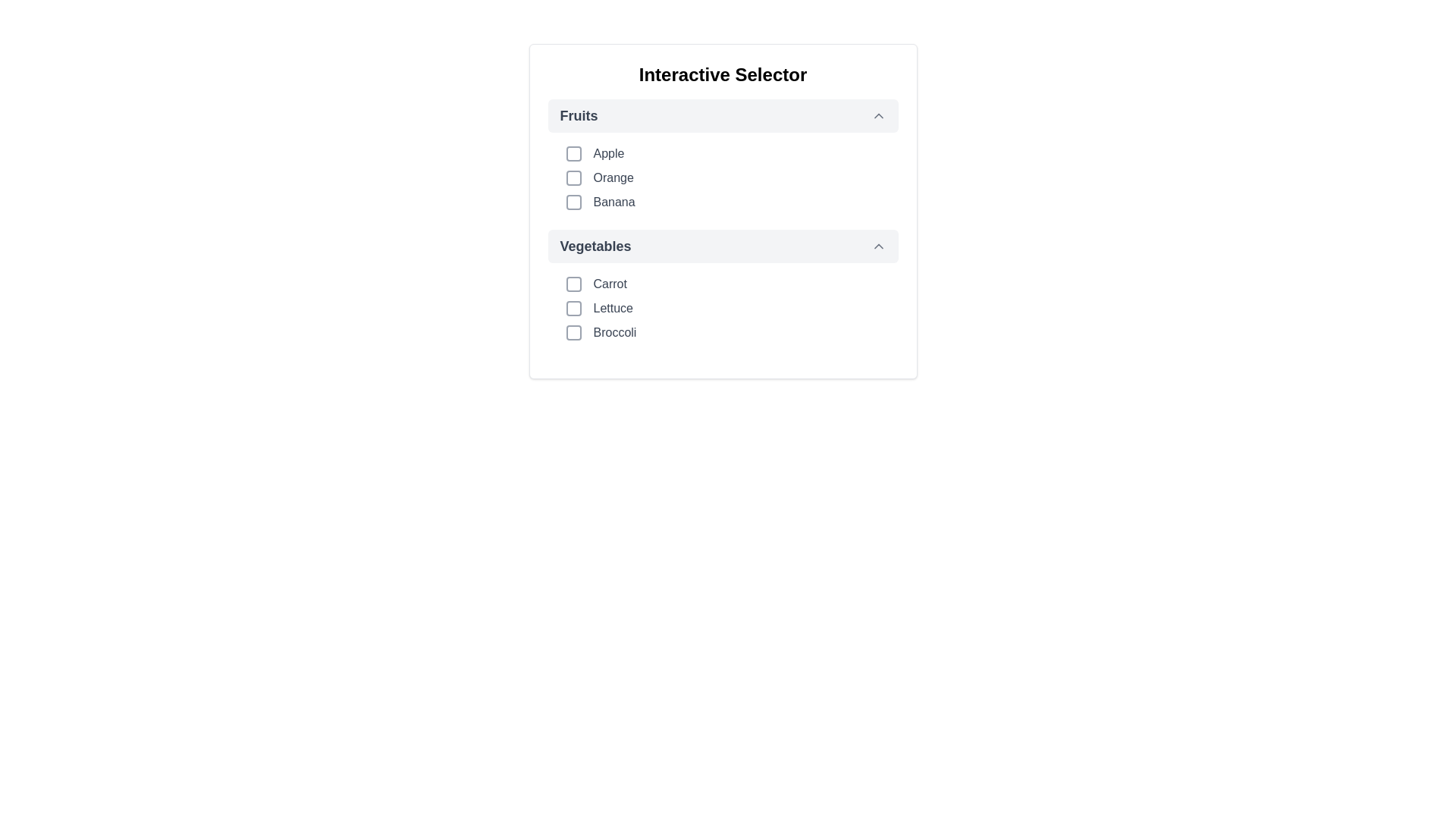 This screenshot has height=819, width=1456. Describe the element at coordinates (573, 201) in the screenshot. I see `the checkbox for 'Banana' in the 'Fruits' category` at that location.